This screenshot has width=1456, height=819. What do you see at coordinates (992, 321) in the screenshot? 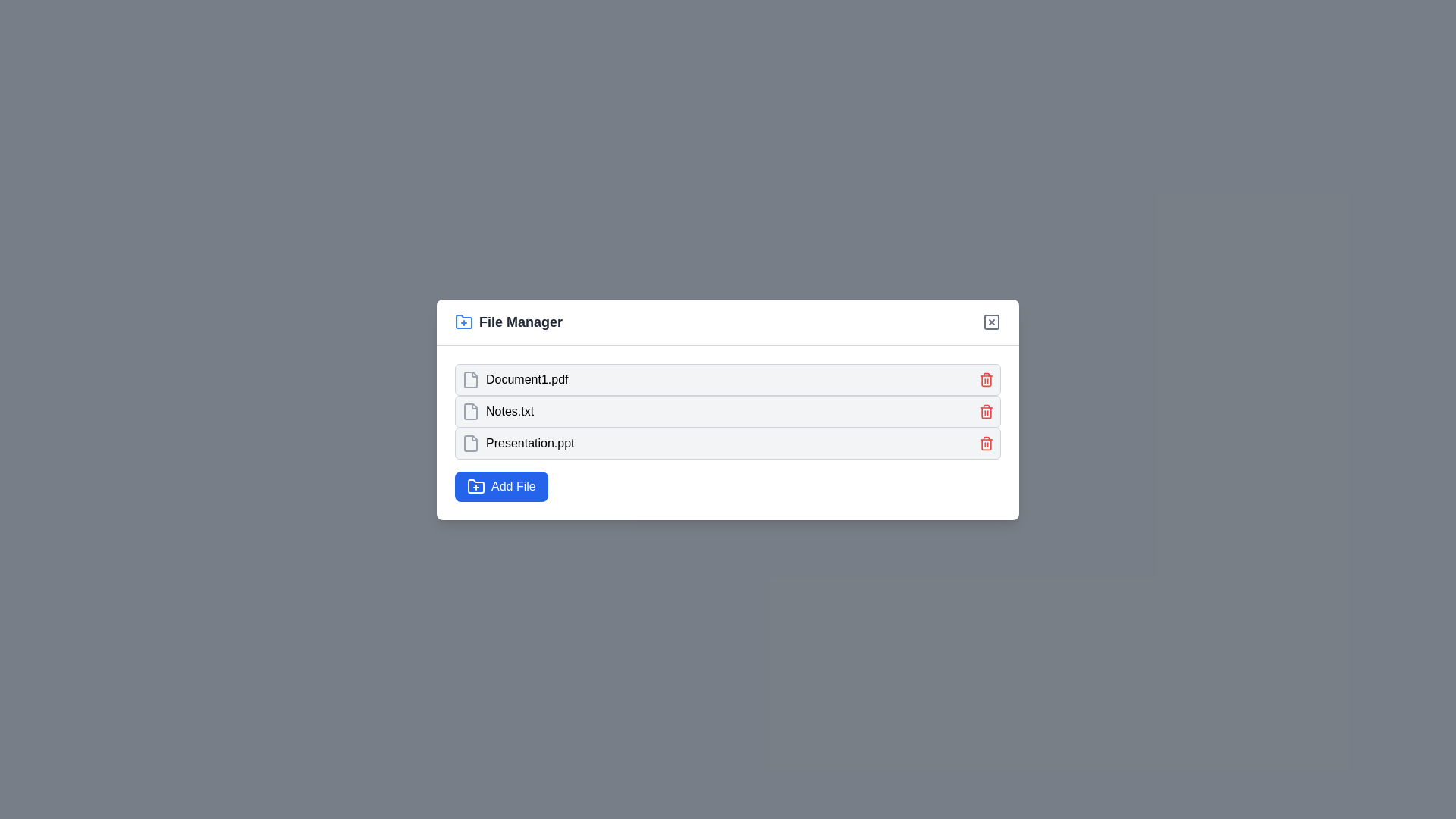
I see `the close icon button with an 'X' inside, located in the header section titled 'File Manager', positioned at the far-right edge` at bounding box center [992, 321].